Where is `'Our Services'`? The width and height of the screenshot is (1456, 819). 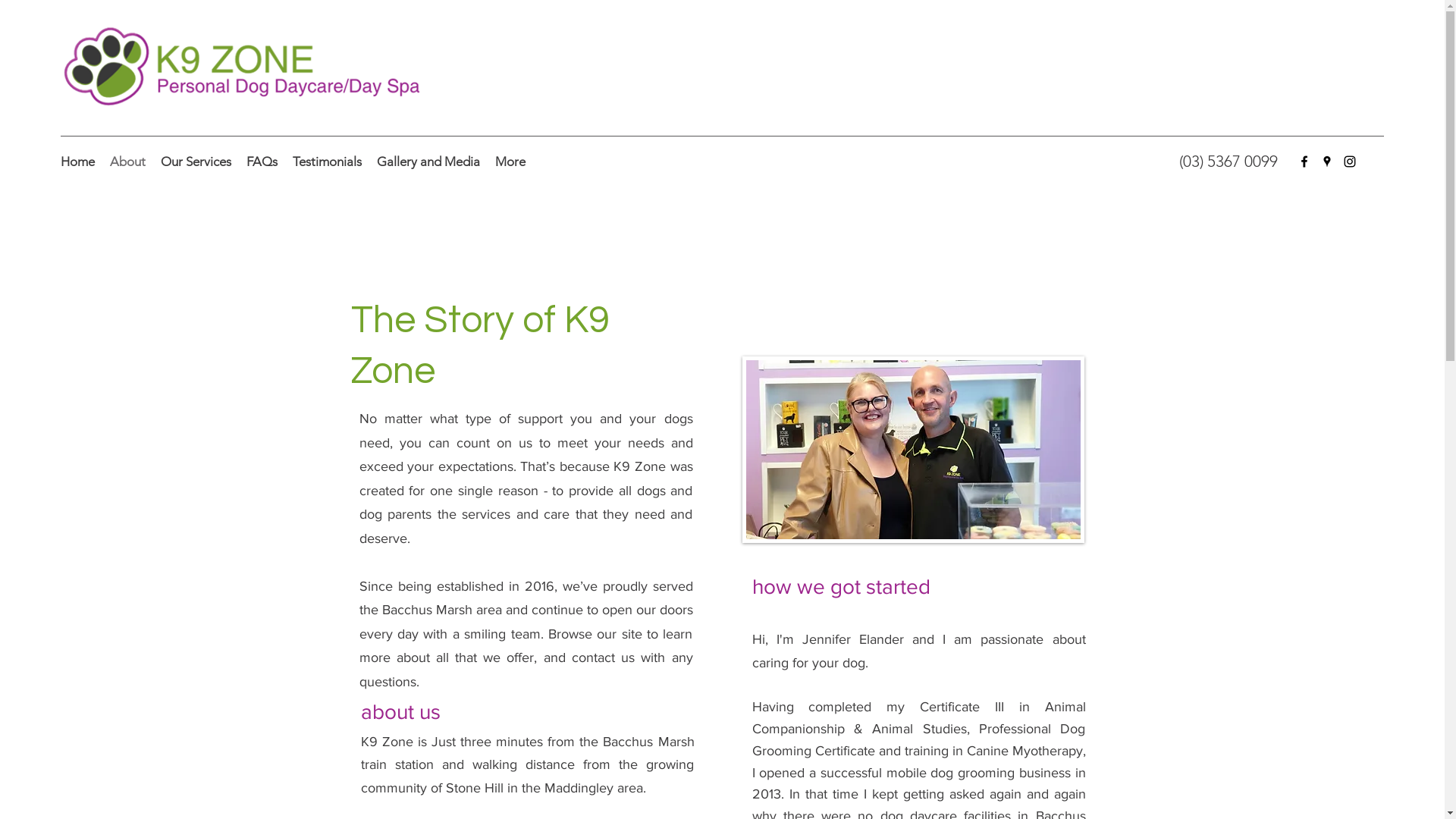 'Our Services' is located at coordinates (195, 161).